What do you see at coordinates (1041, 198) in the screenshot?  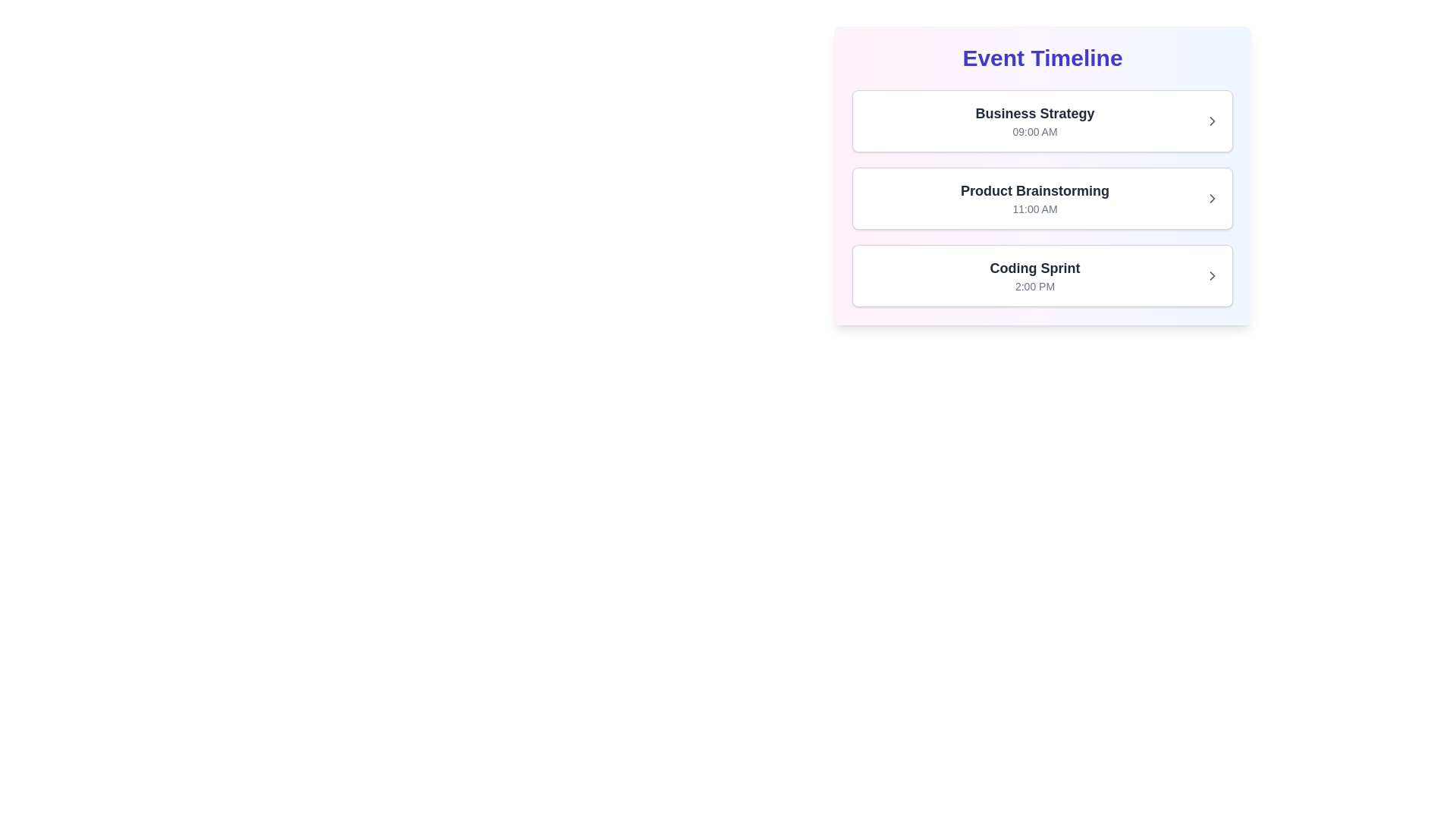 I see `the second list item representing the event 'Product Brainstorming' scheduled at '11:00 AM'` at bounding box center [1041, 198].